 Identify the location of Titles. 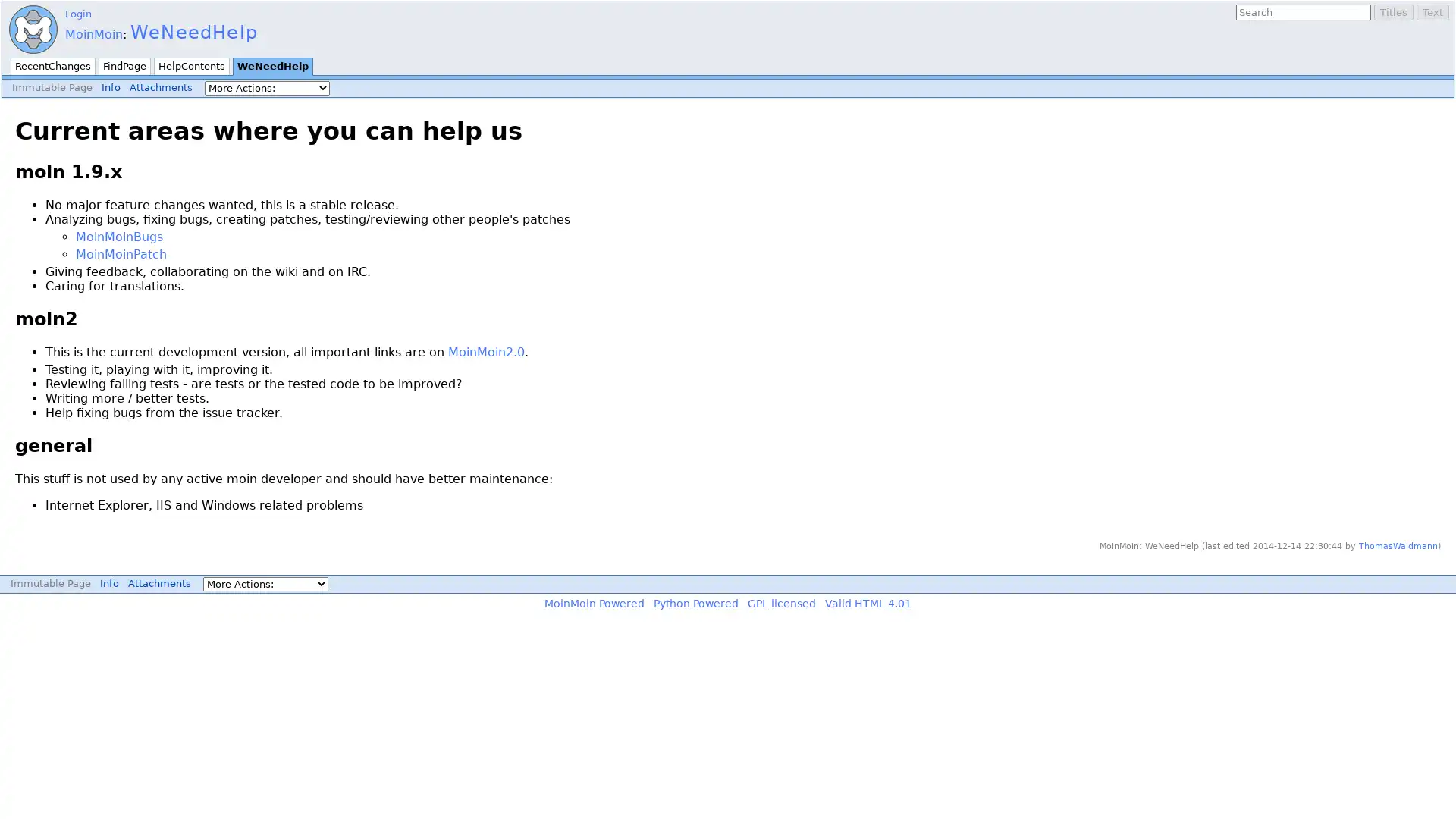
(1394, 12).